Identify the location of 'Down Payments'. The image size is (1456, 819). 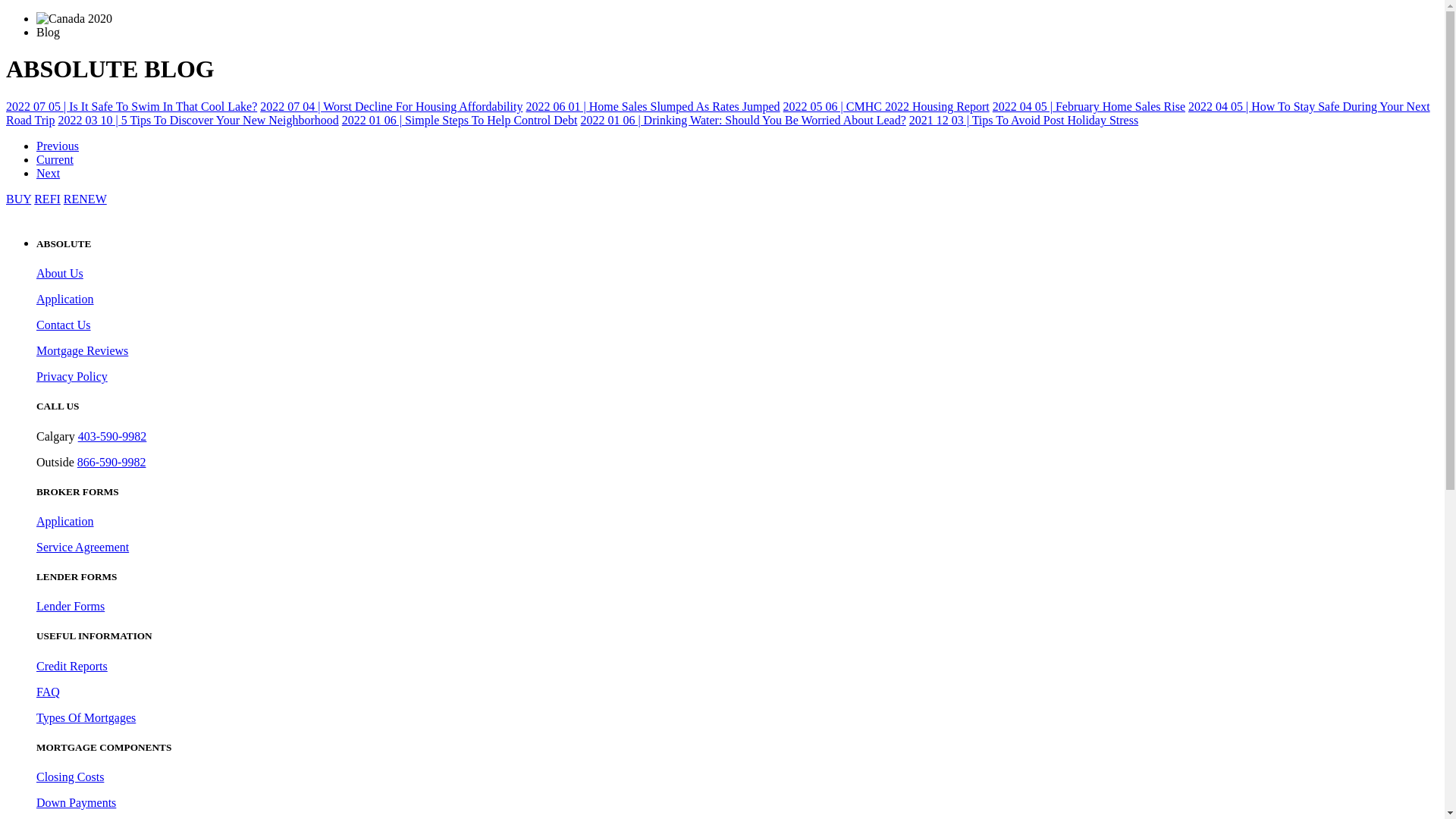
(75, 802).